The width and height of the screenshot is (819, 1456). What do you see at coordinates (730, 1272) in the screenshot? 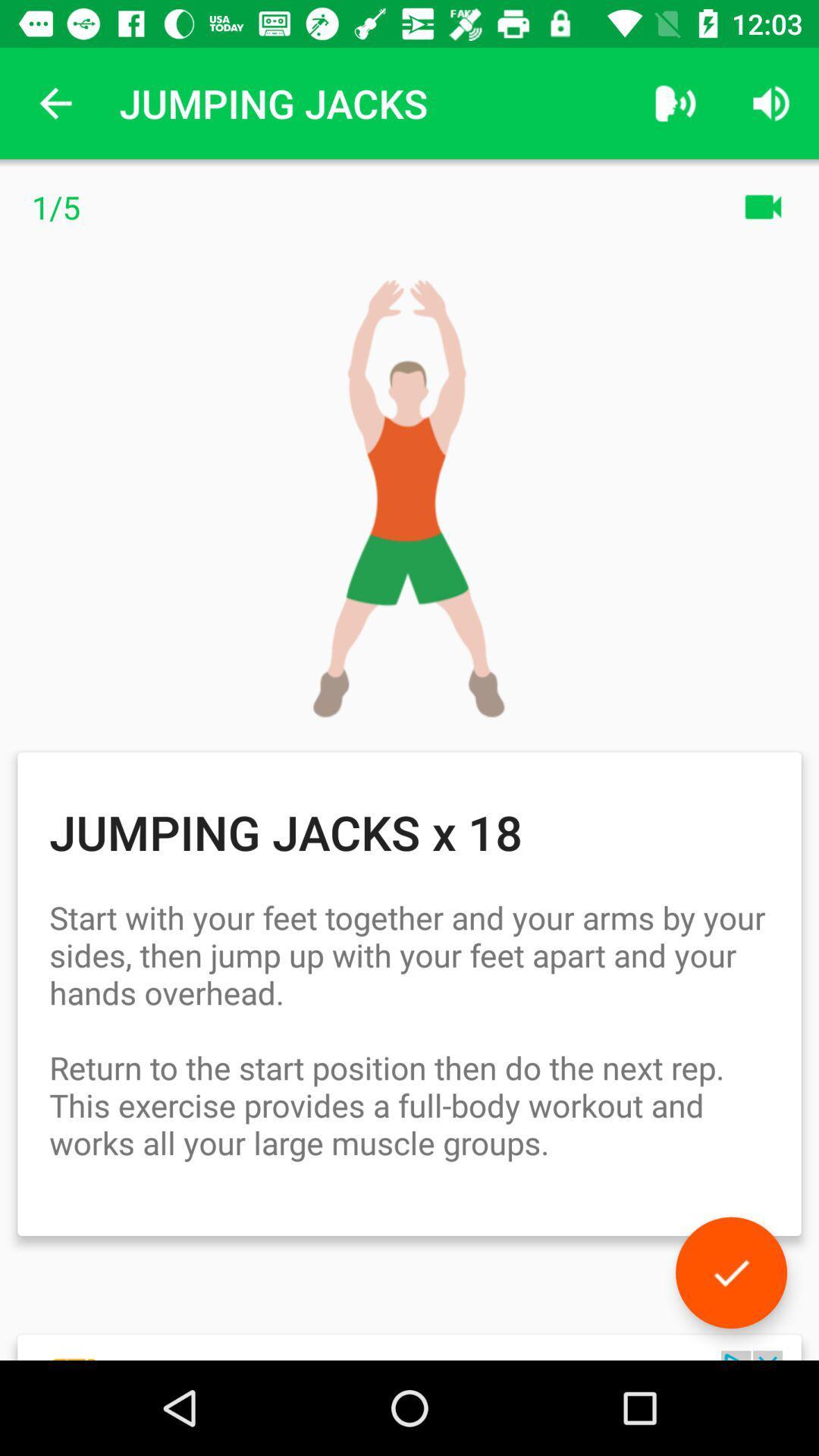
I see `because back devicer` at bounding box center [730, 1272].